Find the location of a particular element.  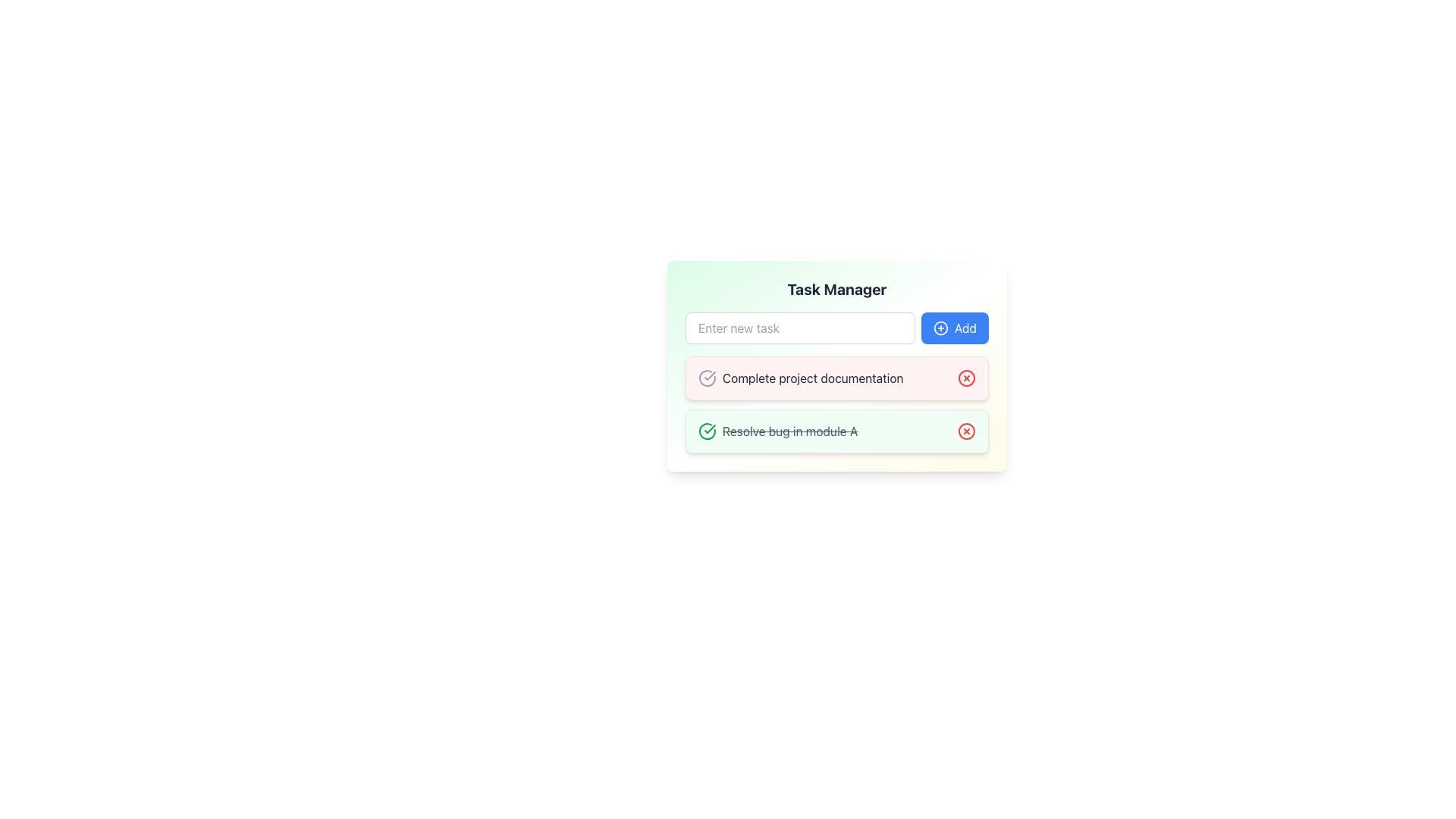

the Label with Icon that displays the name of a task, which includes a checkmark icon indicating its completion status is located at coordinates (800, 377).